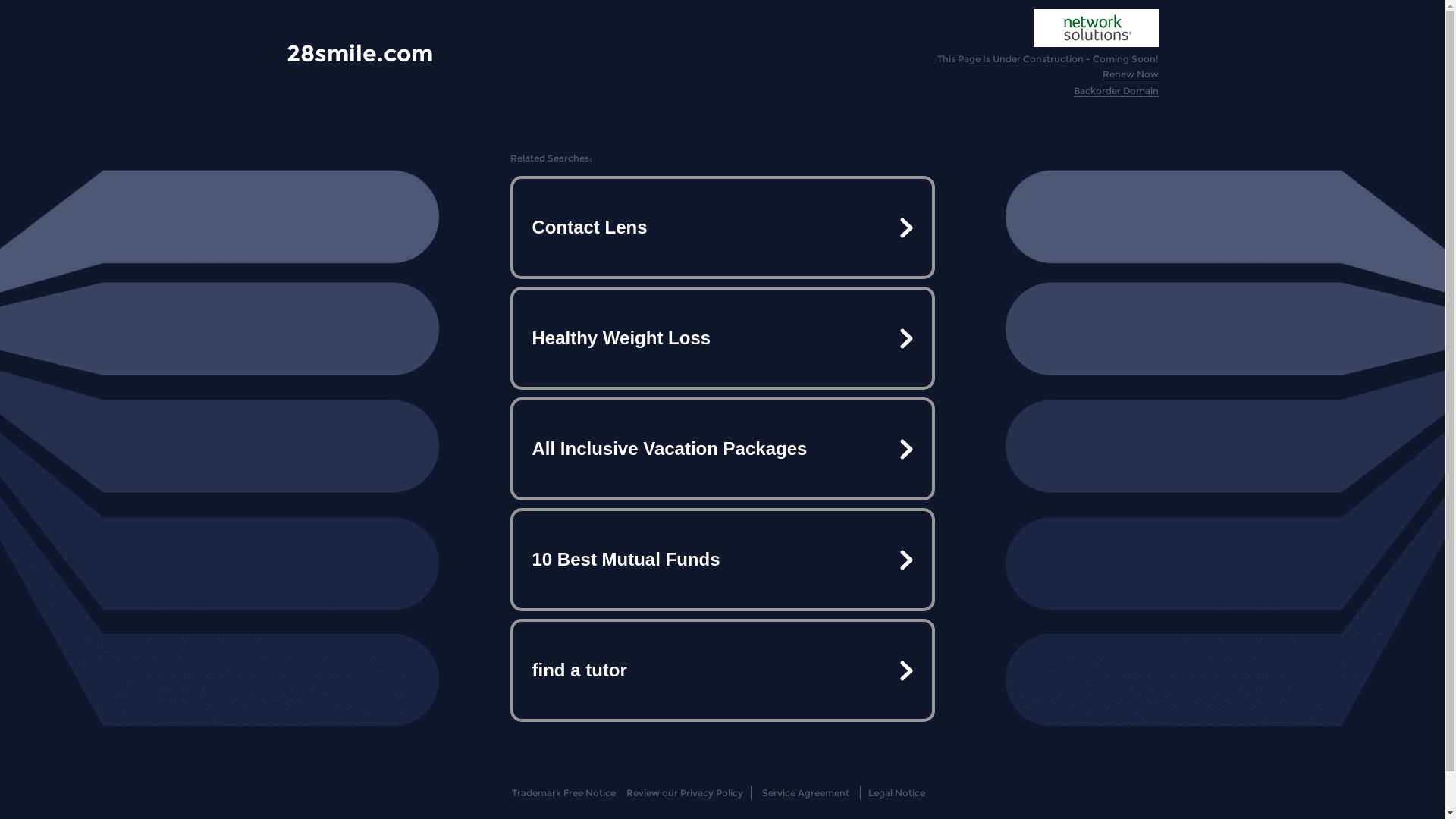 This screenshot has width=1456, height=819. What do you see at coordinates (896, 792) in the screenshot?
I see `'Legal Notice'` at bounding box center [896, 792].